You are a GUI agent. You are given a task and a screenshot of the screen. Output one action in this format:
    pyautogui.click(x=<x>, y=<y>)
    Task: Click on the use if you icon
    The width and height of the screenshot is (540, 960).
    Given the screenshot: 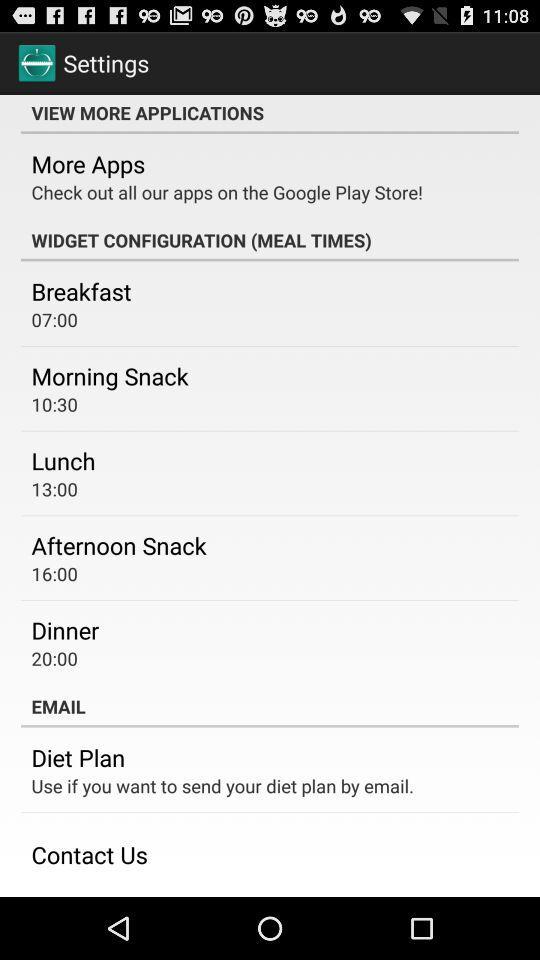 What is the action you would take?
    pyautogui.click(x=221, y=785)
    